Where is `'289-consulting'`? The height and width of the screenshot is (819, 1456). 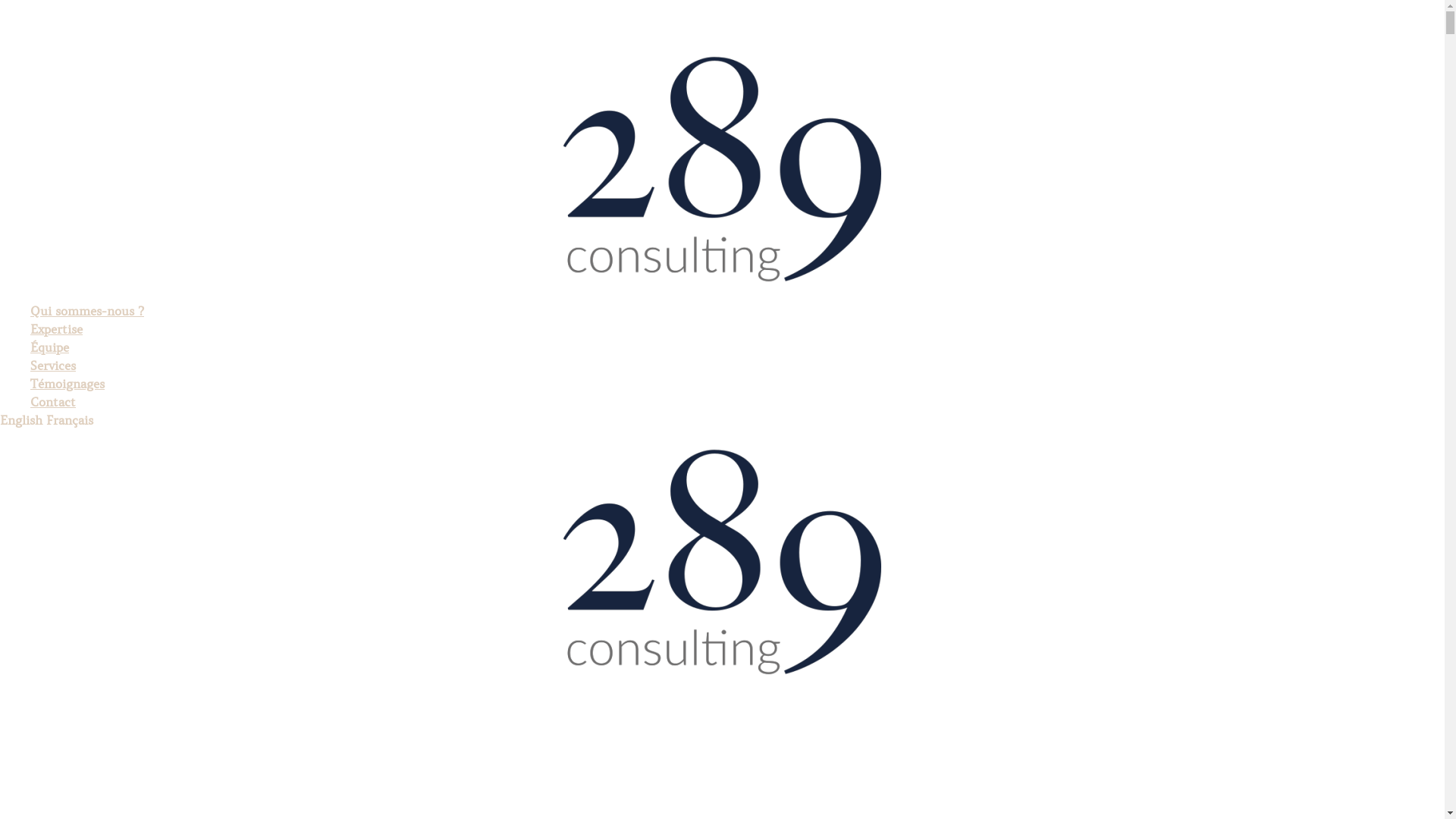 '289-consulting' is located at coordinates (722, 169).